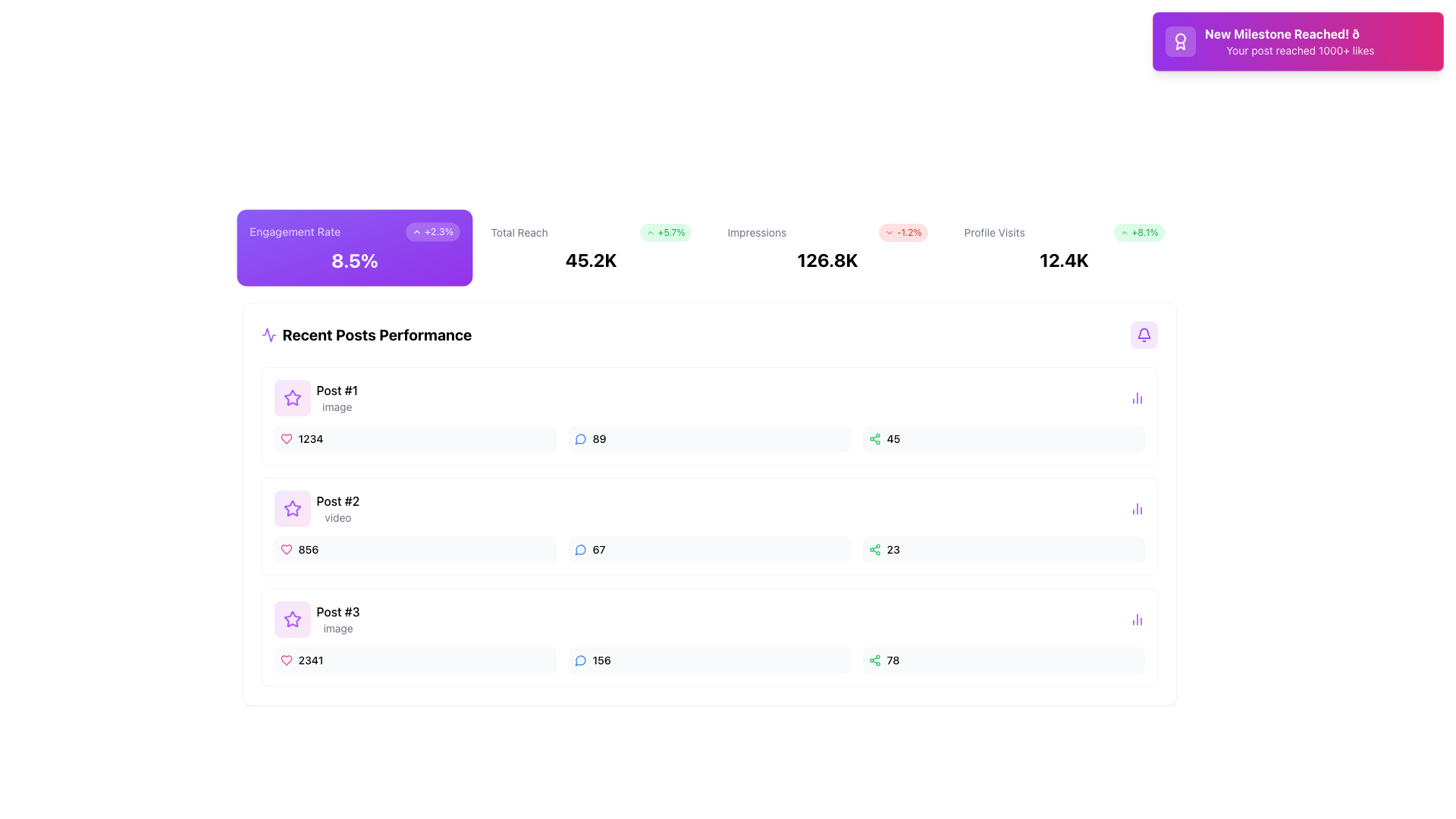 The image size is (1456, 819). What do you see at coordinates (337, 509) in the screenshot?
I see `text block that serves as the title and descriptor for the second post in the 'Recent Posts Performance' section, indicating that it contains a video` at bounding box center [337, 509].